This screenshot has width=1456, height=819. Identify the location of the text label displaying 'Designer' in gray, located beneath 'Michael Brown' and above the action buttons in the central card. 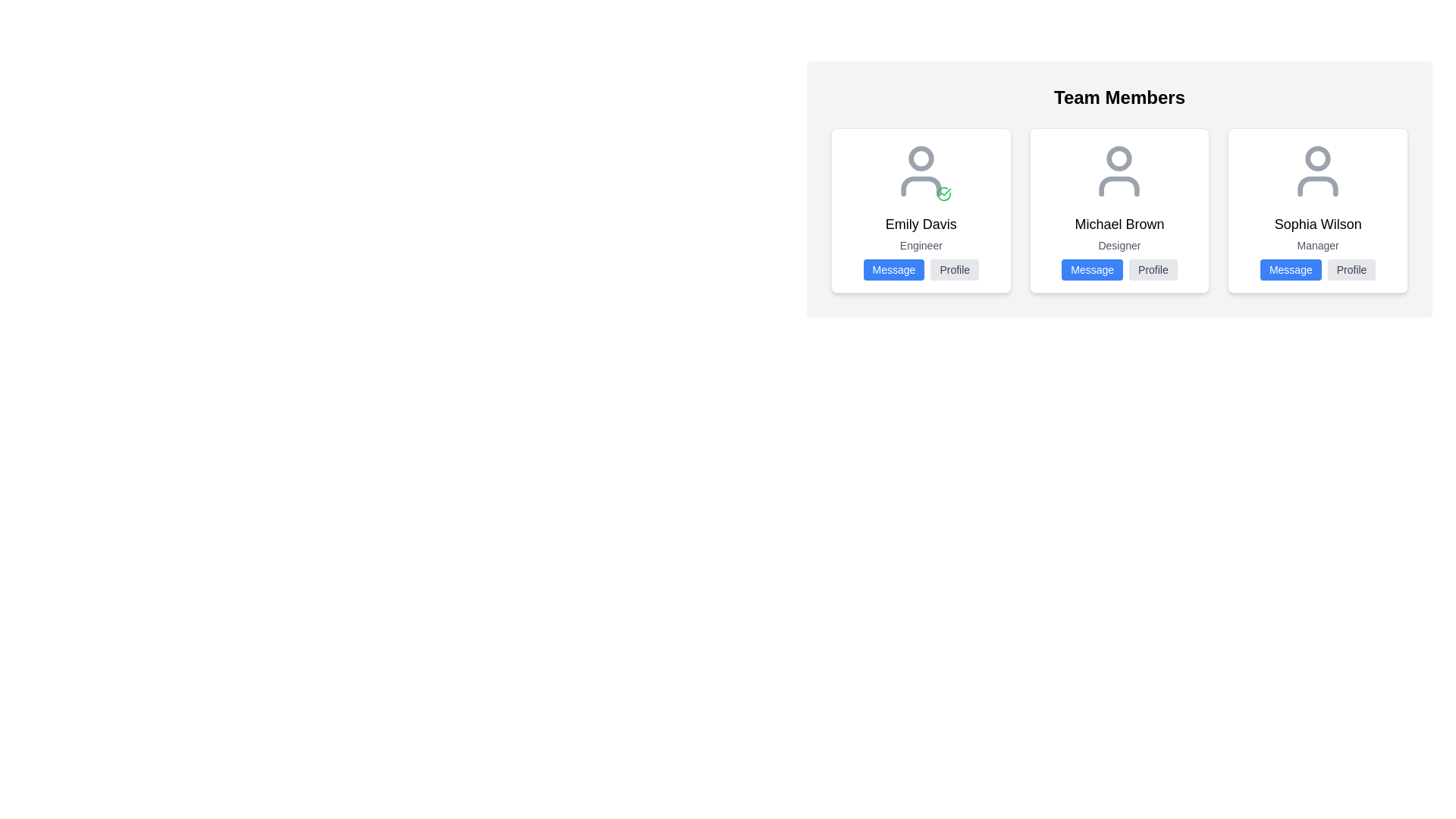
(1119, 245).